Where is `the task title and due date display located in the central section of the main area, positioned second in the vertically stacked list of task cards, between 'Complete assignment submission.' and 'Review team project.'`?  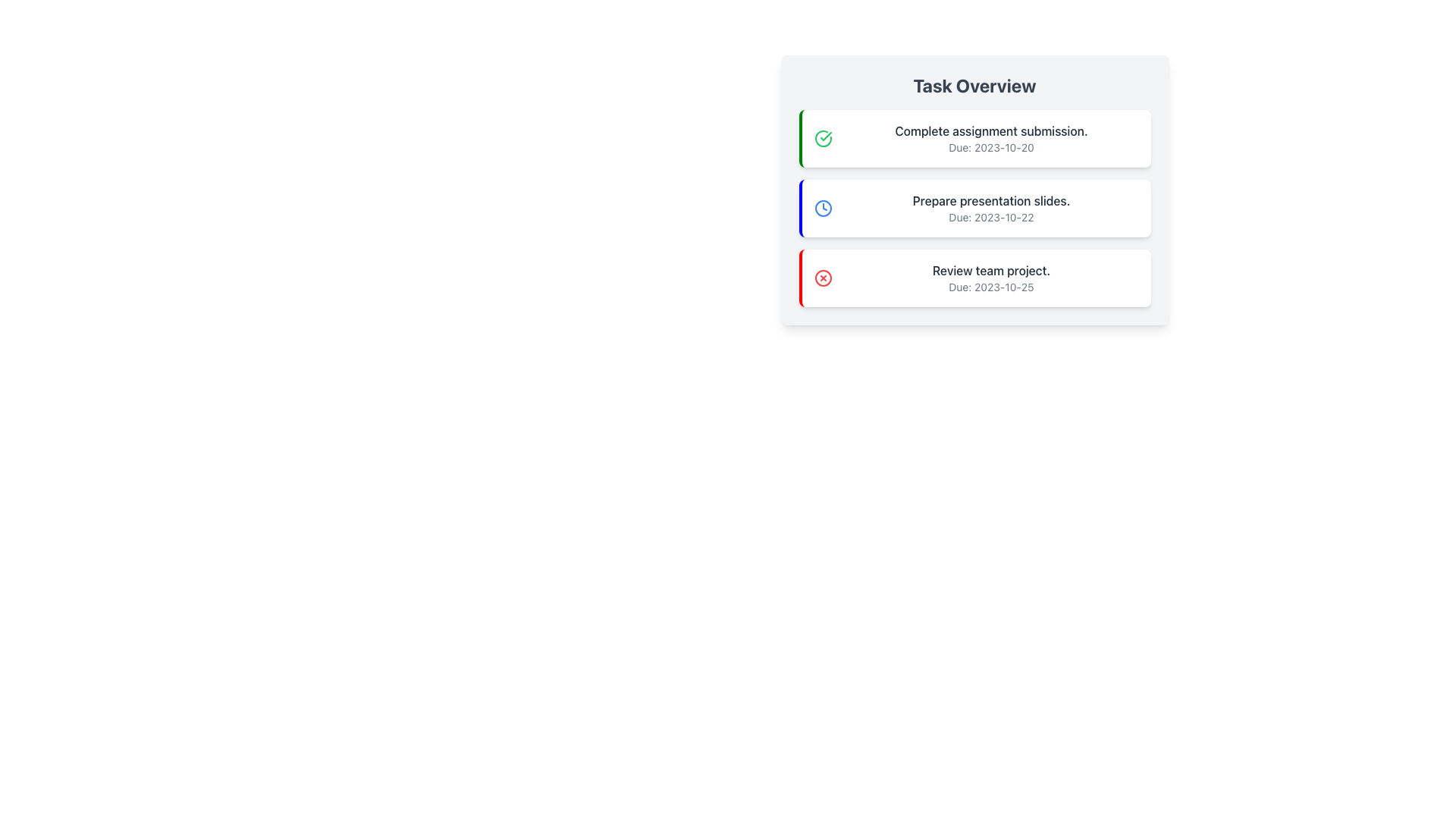 the task title and due date display located in the central section of the main area, positioned second in the vertically stacked list of task cards, between 'Complete assignment submission.' and 'Review team project.' is located at coordinates (991, 208).